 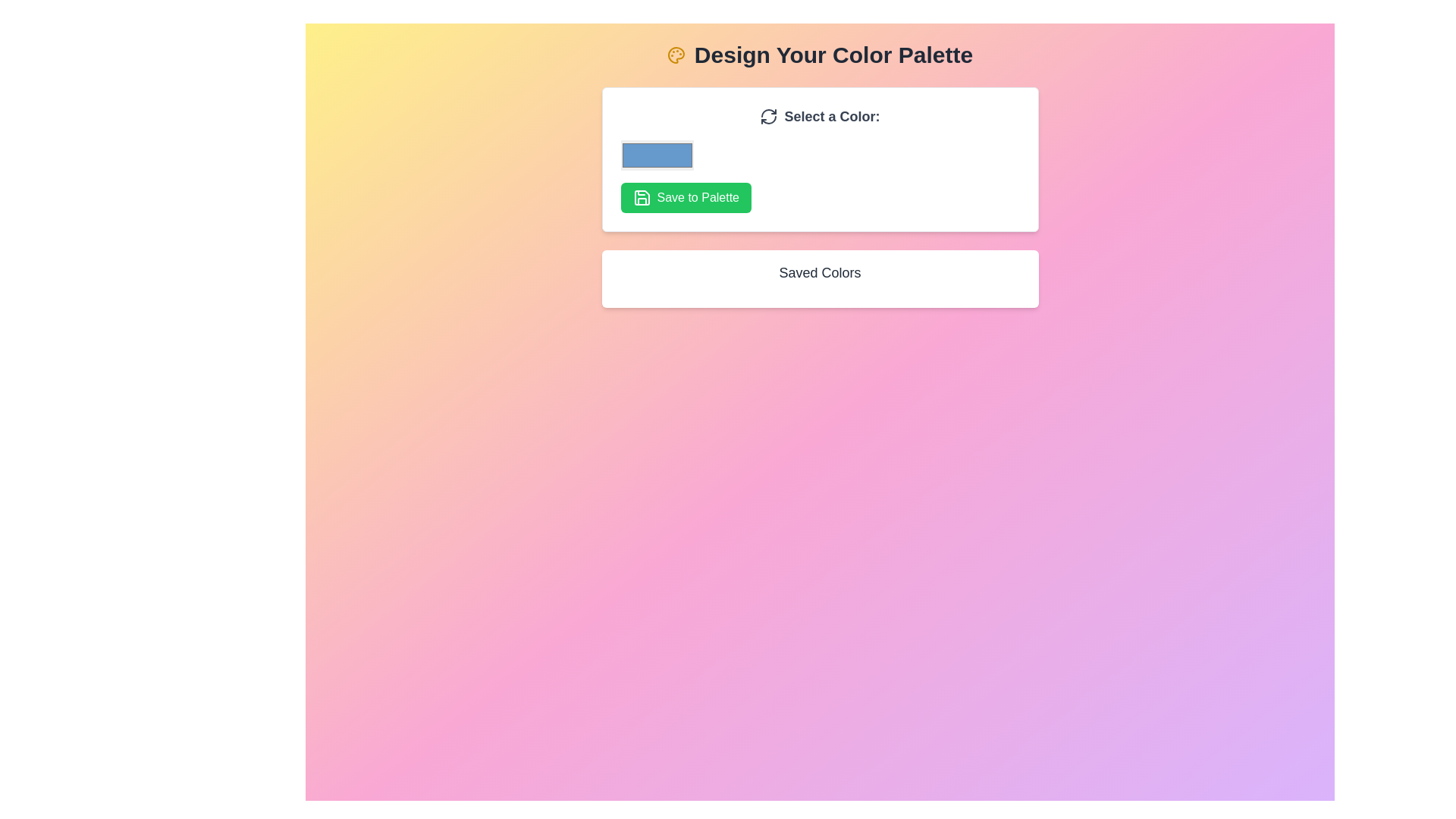 What do you see at coordinates (819, 55) in the screenshot?
I see `the header section that indicates the theme and purpose of the application, which is designing color palettes` at bounding box center [819, 55].